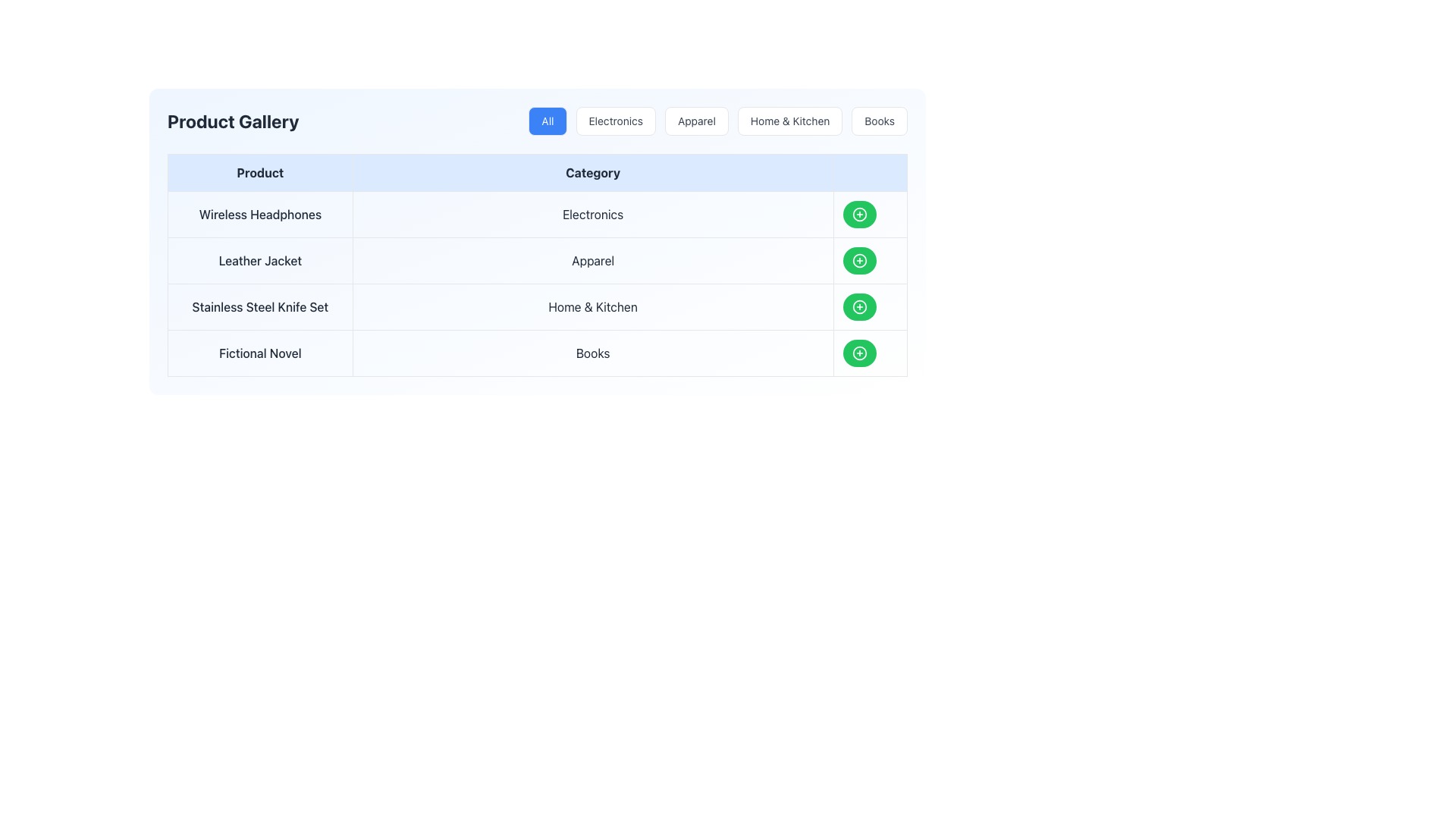  I want to click on the rounded green button with a white plus symbol located in the last row of the table under the 'Fictional Novel' entry in the 'Product Gallery', so click(859, 353).